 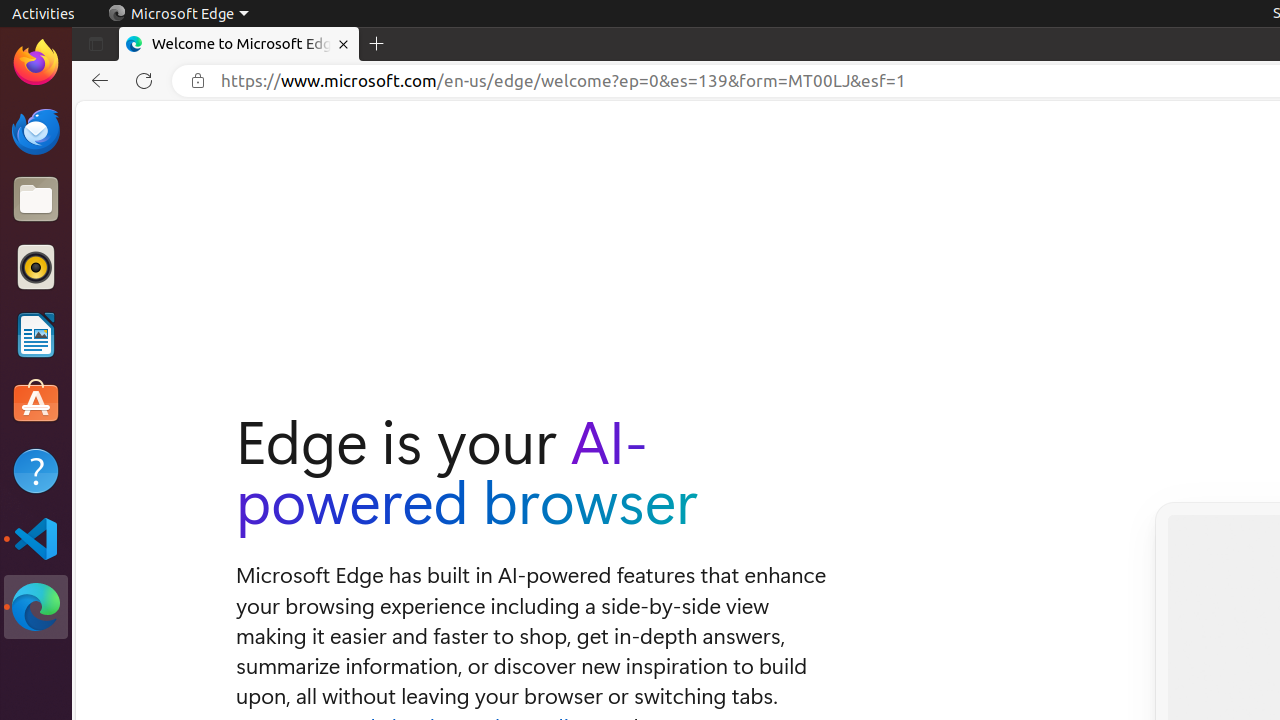 What do you see at coordinates (35, 199) in the screenshot?
I see `'Files'` at bounding box center [35, 199].